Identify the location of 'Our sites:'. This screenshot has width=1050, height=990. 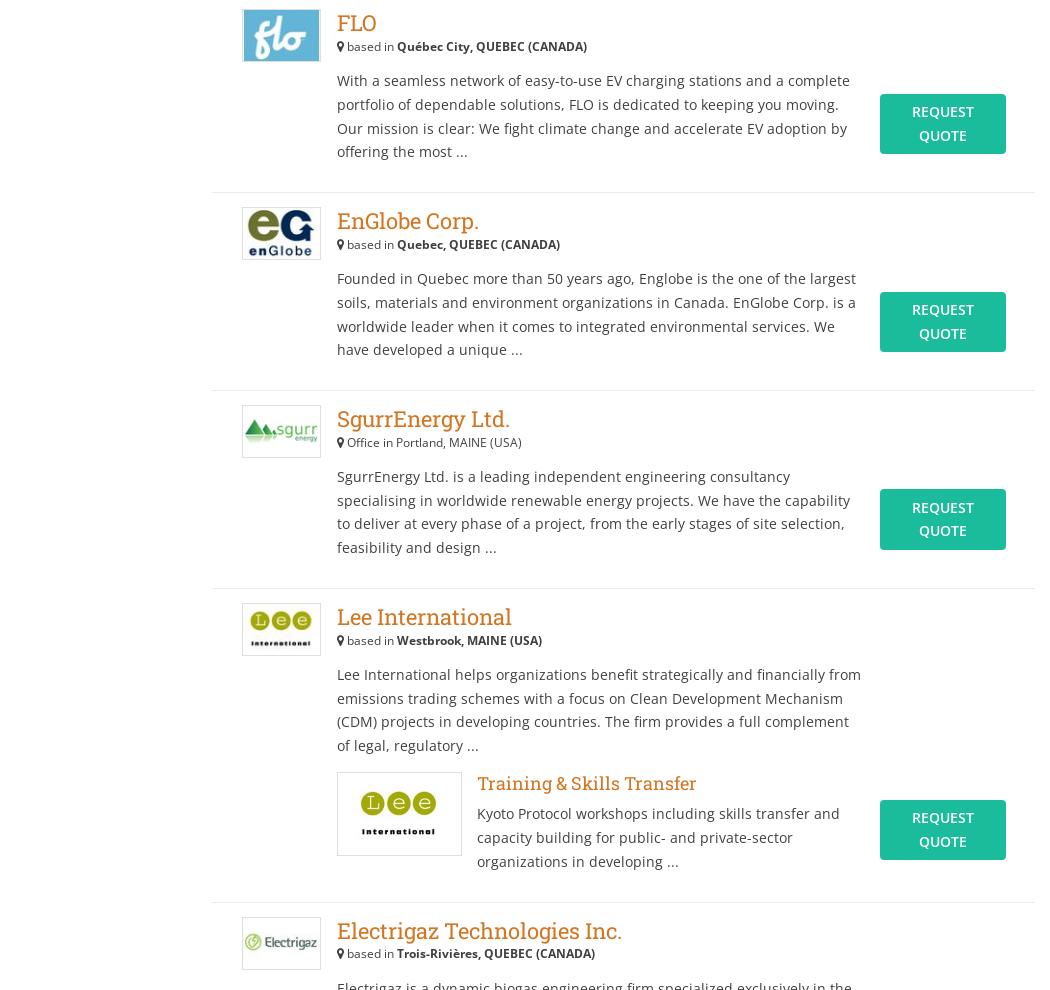
(600, 98).